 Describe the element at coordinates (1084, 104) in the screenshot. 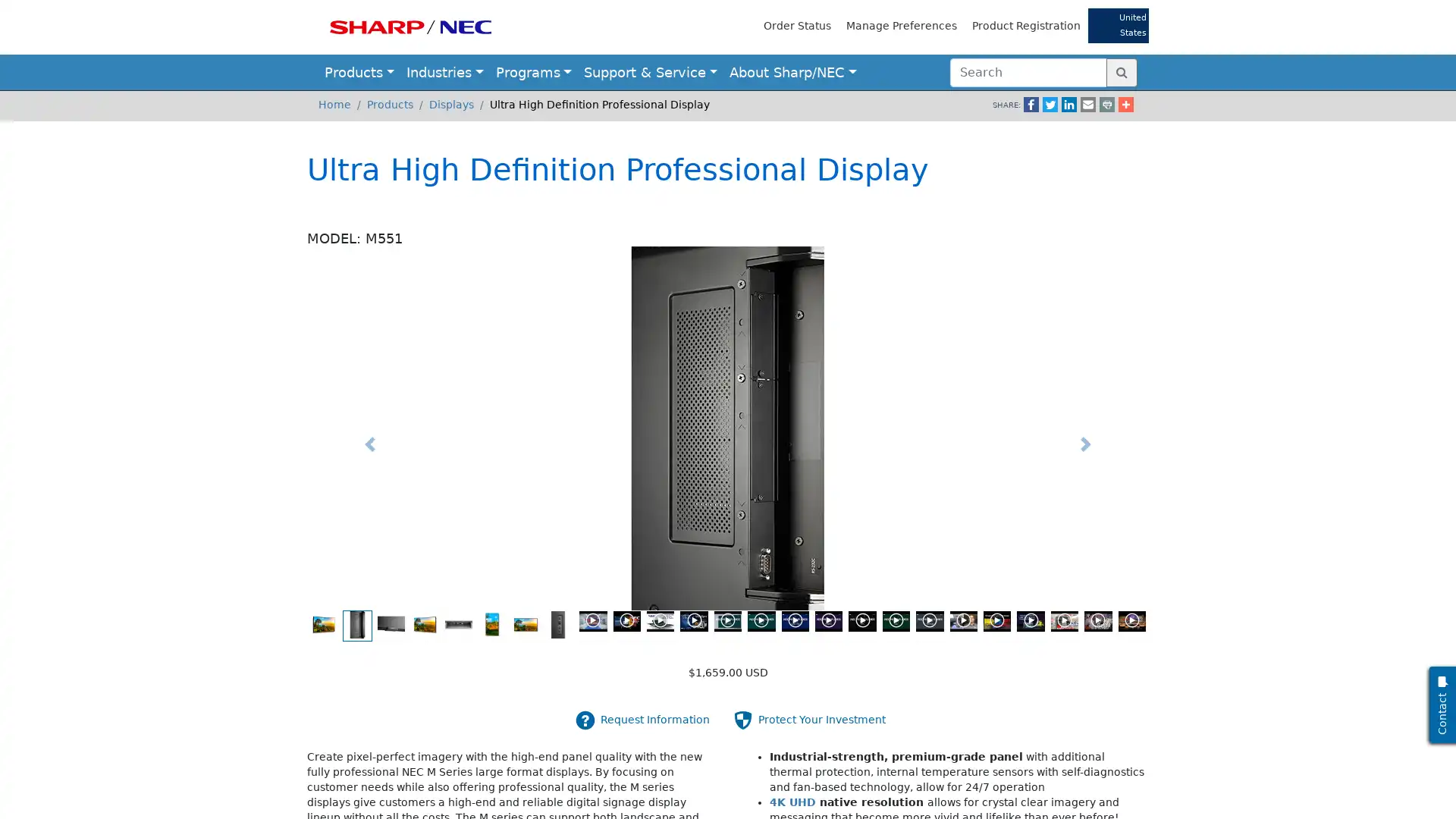

I see `Share to Print` at that location.